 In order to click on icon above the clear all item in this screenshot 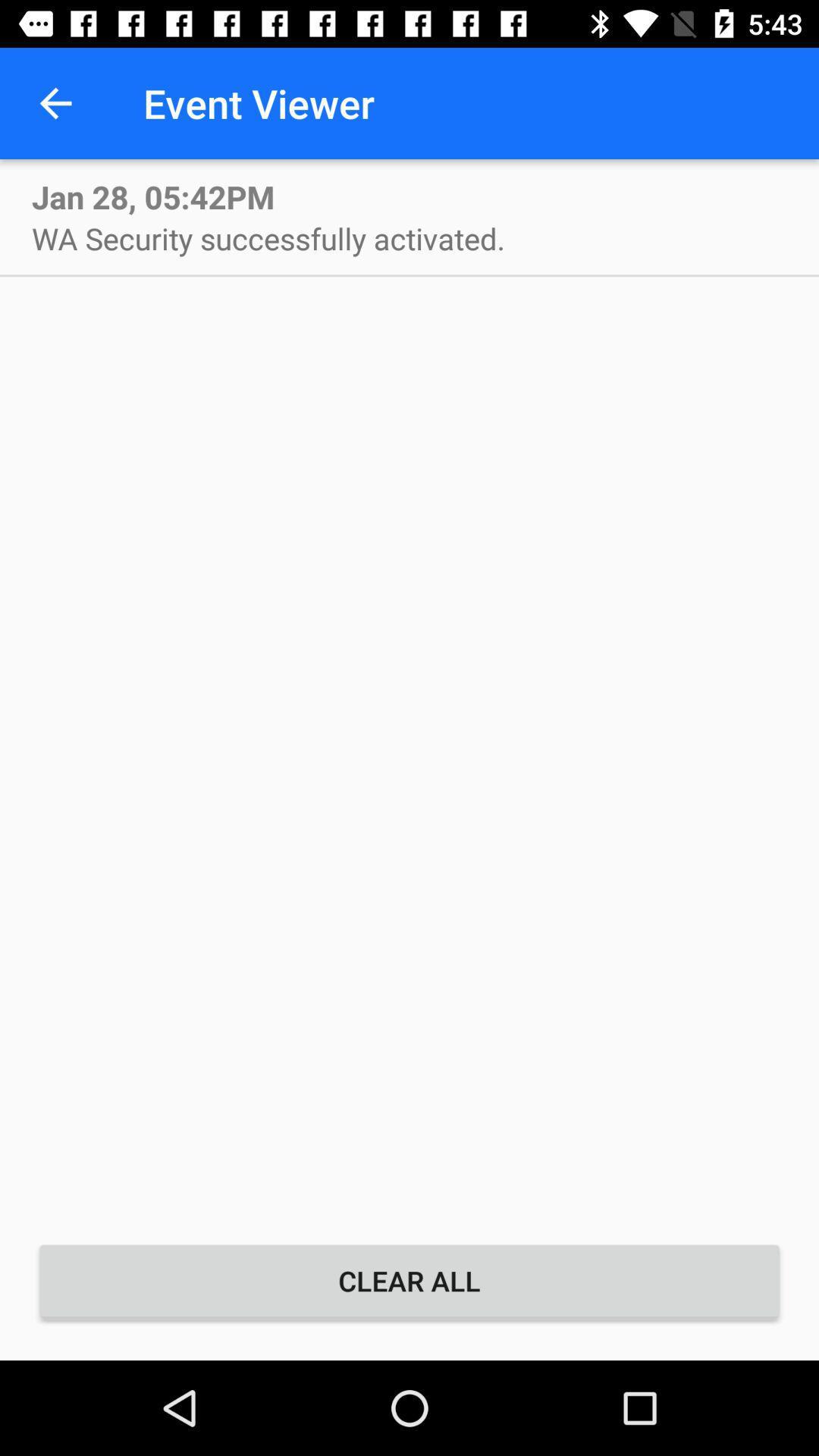, I will do `click(268, 237)`.